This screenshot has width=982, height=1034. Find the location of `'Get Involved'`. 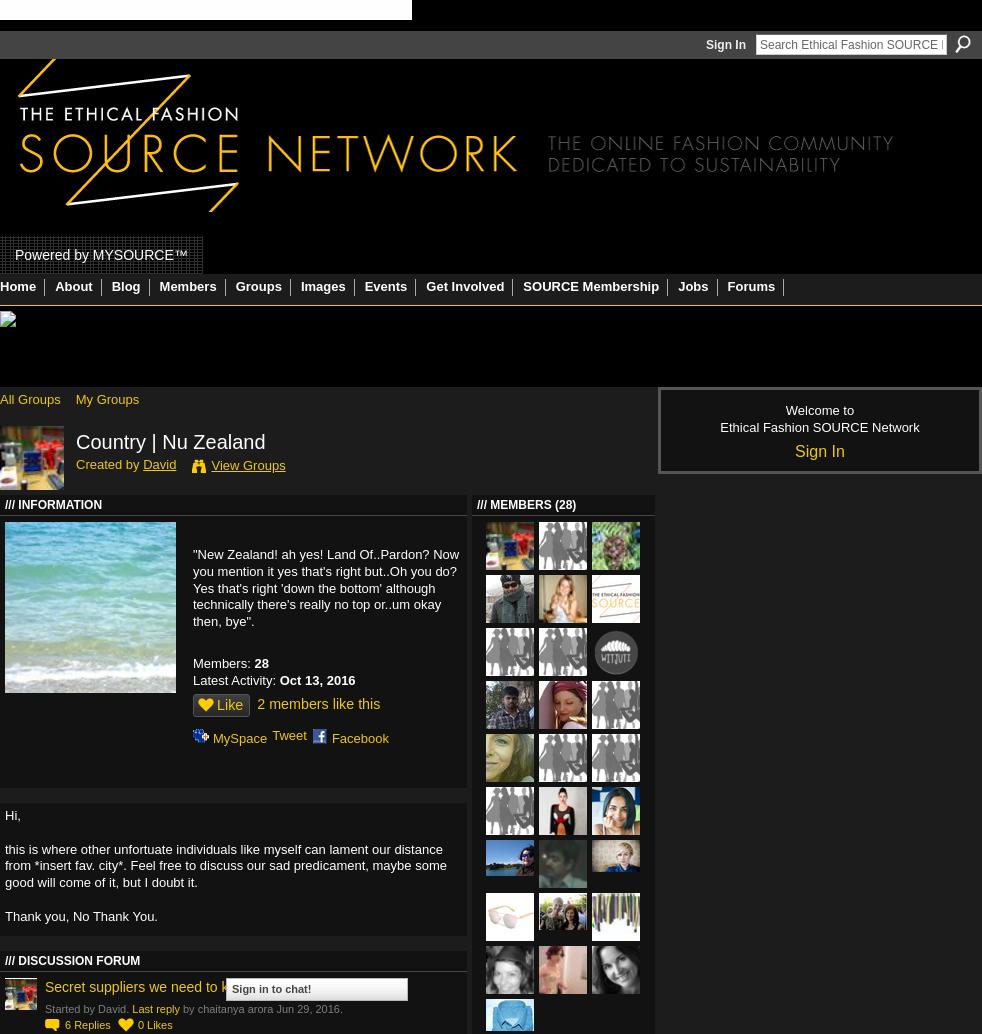

'Get Involved' is located at coordinates (425, 285).